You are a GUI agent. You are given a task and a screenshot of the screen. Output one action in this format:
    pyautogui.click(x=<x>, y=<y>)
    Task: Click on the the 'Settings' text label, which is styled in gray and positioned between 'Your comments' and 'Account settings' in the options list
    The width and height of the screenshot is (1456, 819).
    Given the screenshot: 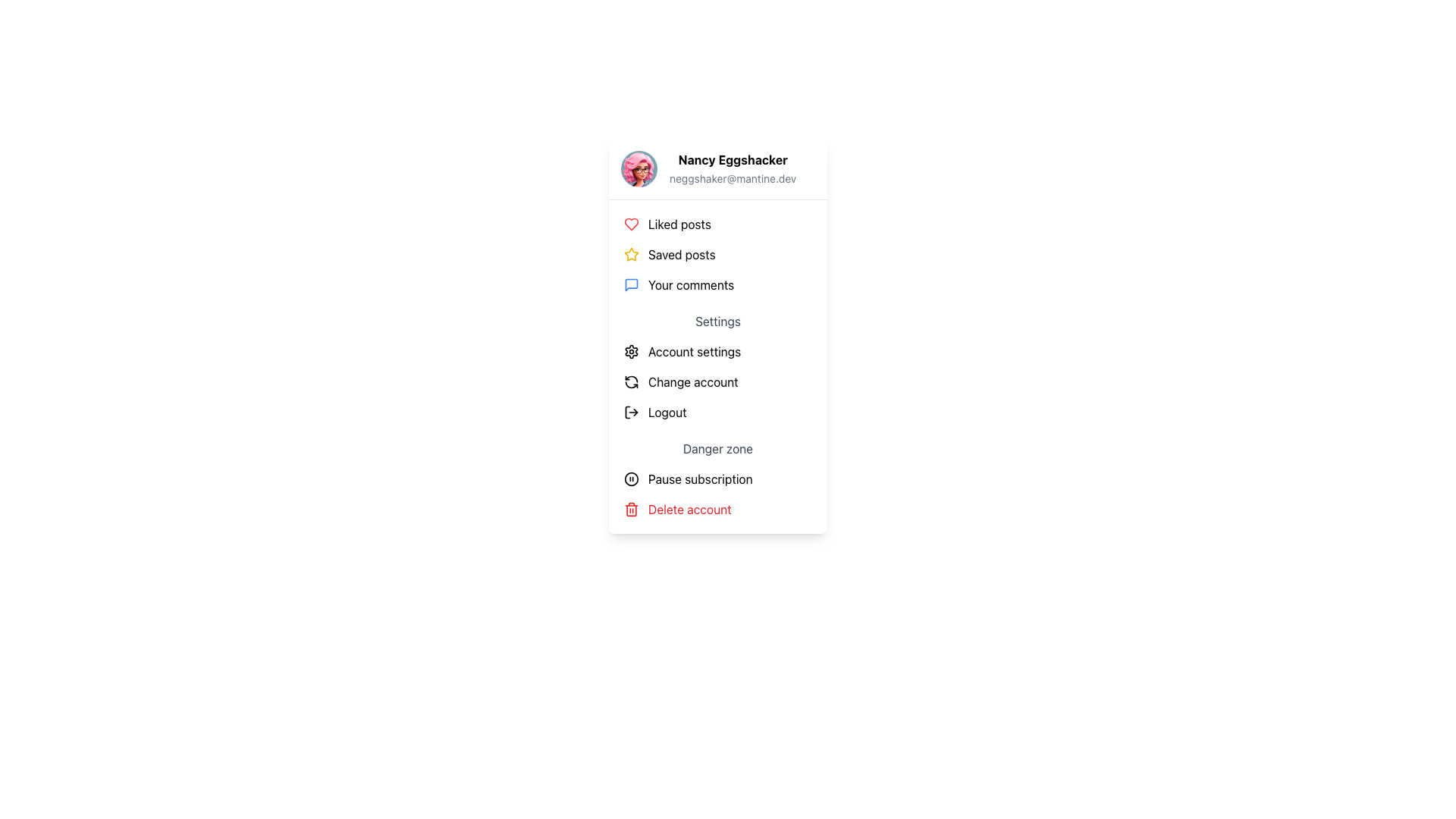 What is the action you would take?
    pyautogui.click(x=717, y=321)
    